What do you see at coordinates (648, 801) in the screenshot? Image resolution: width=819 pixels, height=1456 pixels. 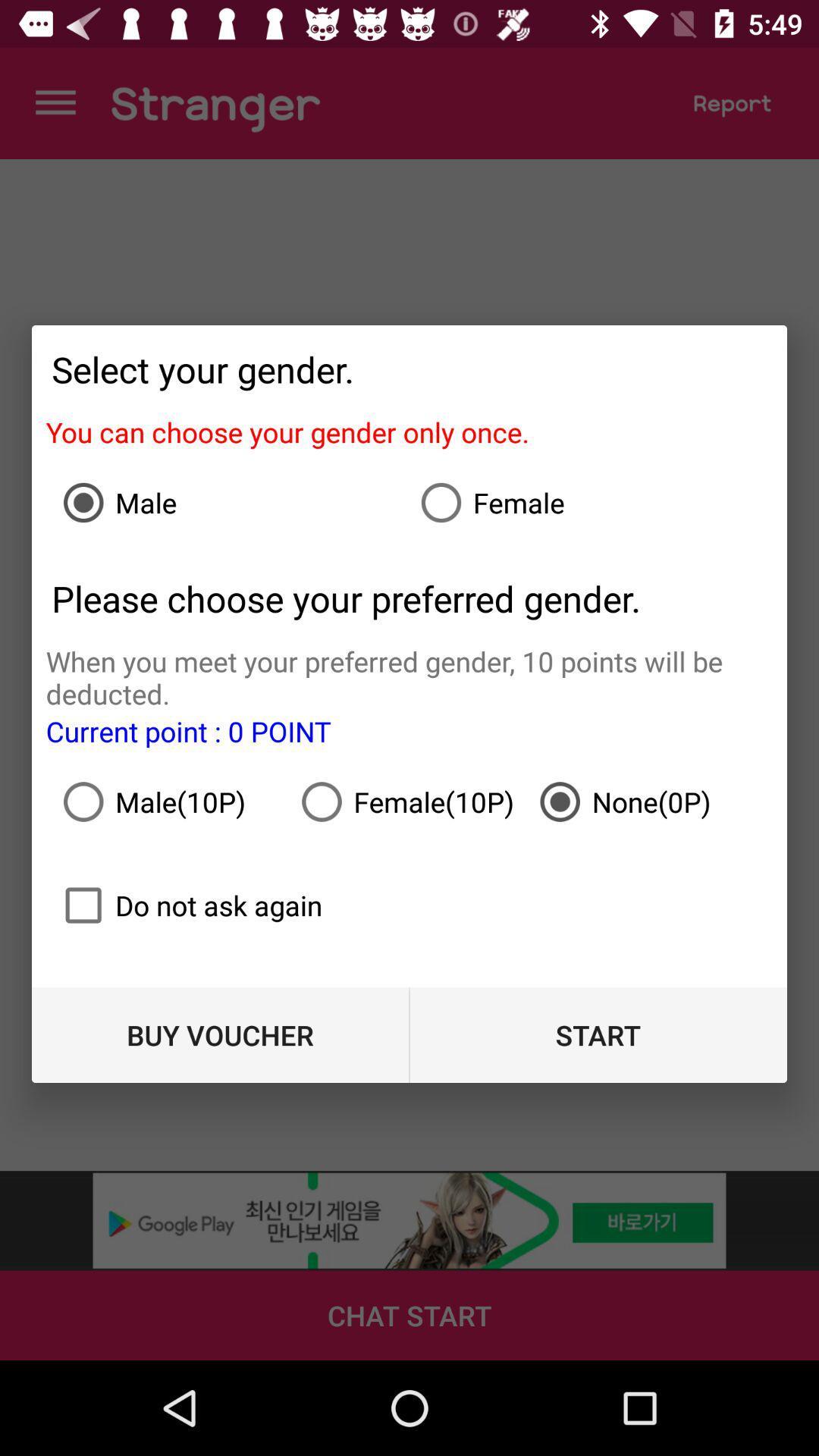 I see `item to the right of the female(10p)` at bounding box center [648, 801].